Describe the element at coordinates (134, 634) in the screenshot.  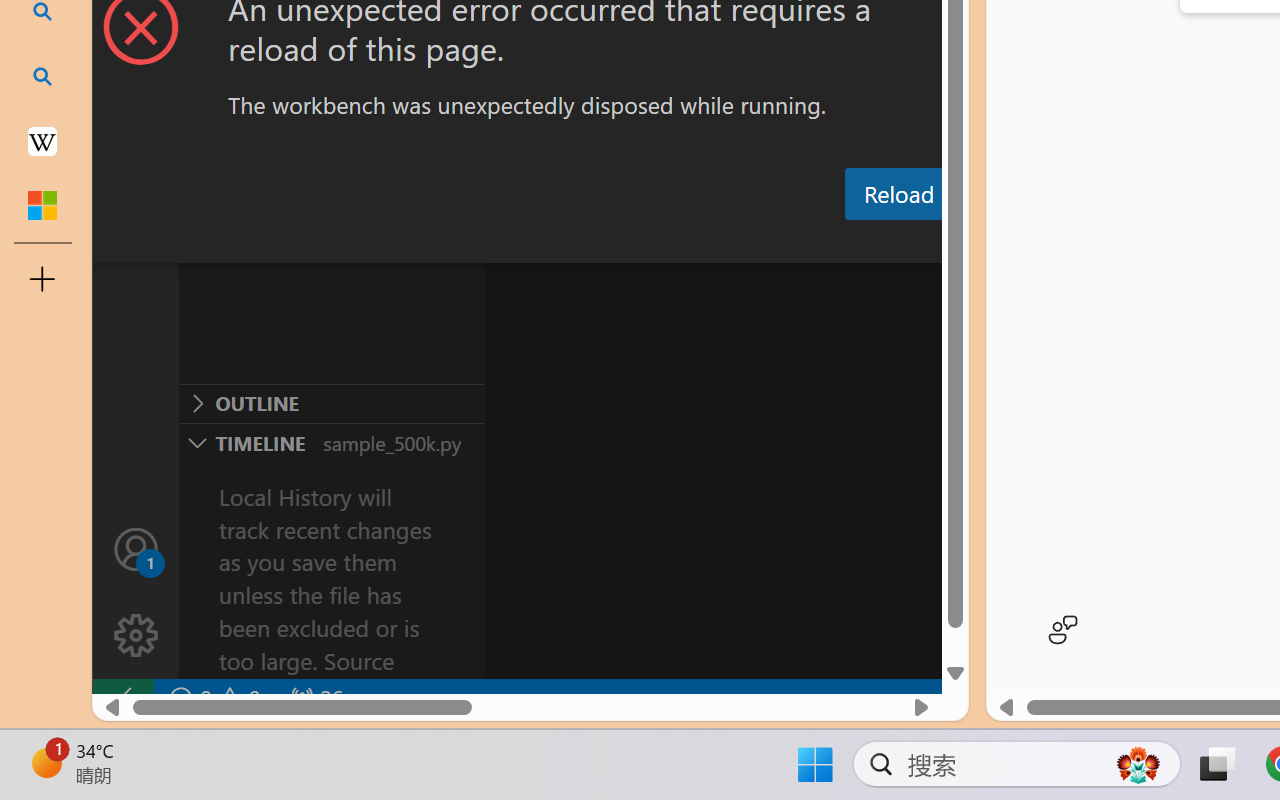
I see `'Manage'` at that location.